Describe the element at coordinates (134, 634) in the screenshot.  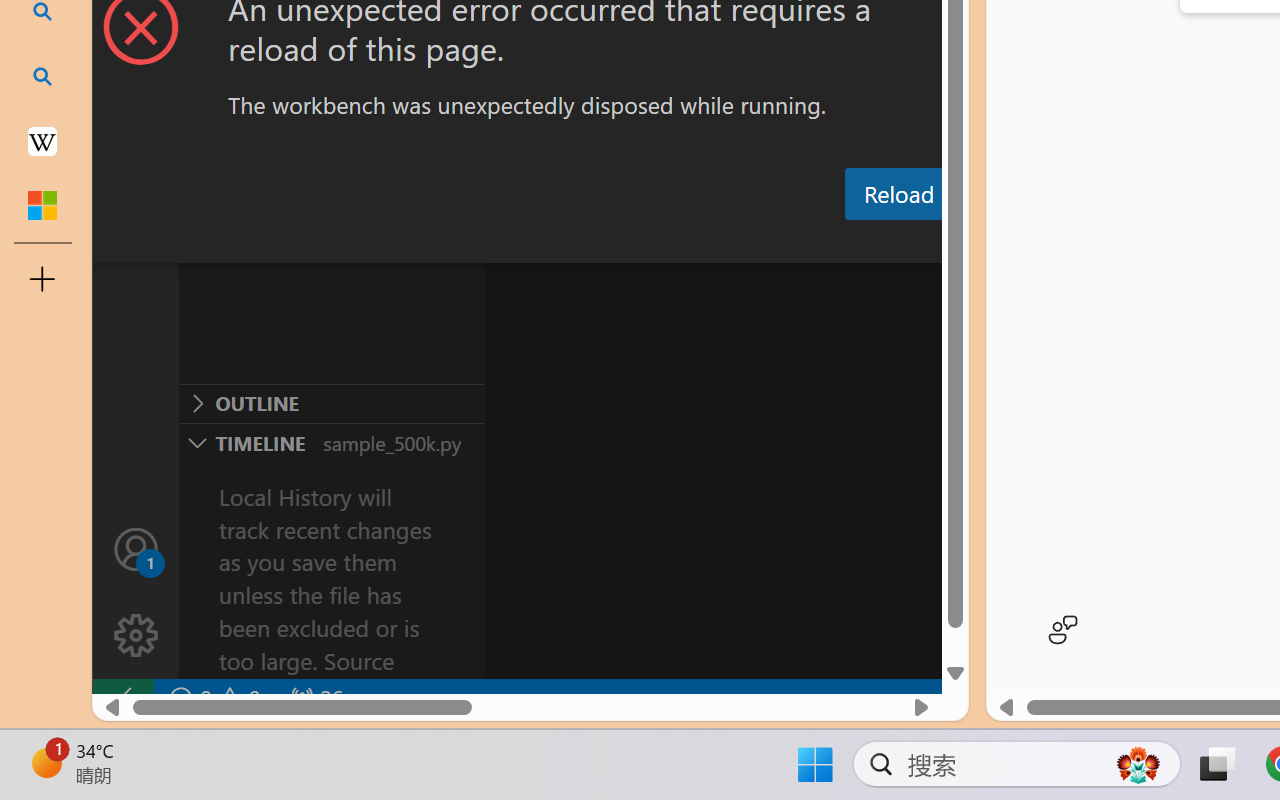
I see `'Manage'` at that location.